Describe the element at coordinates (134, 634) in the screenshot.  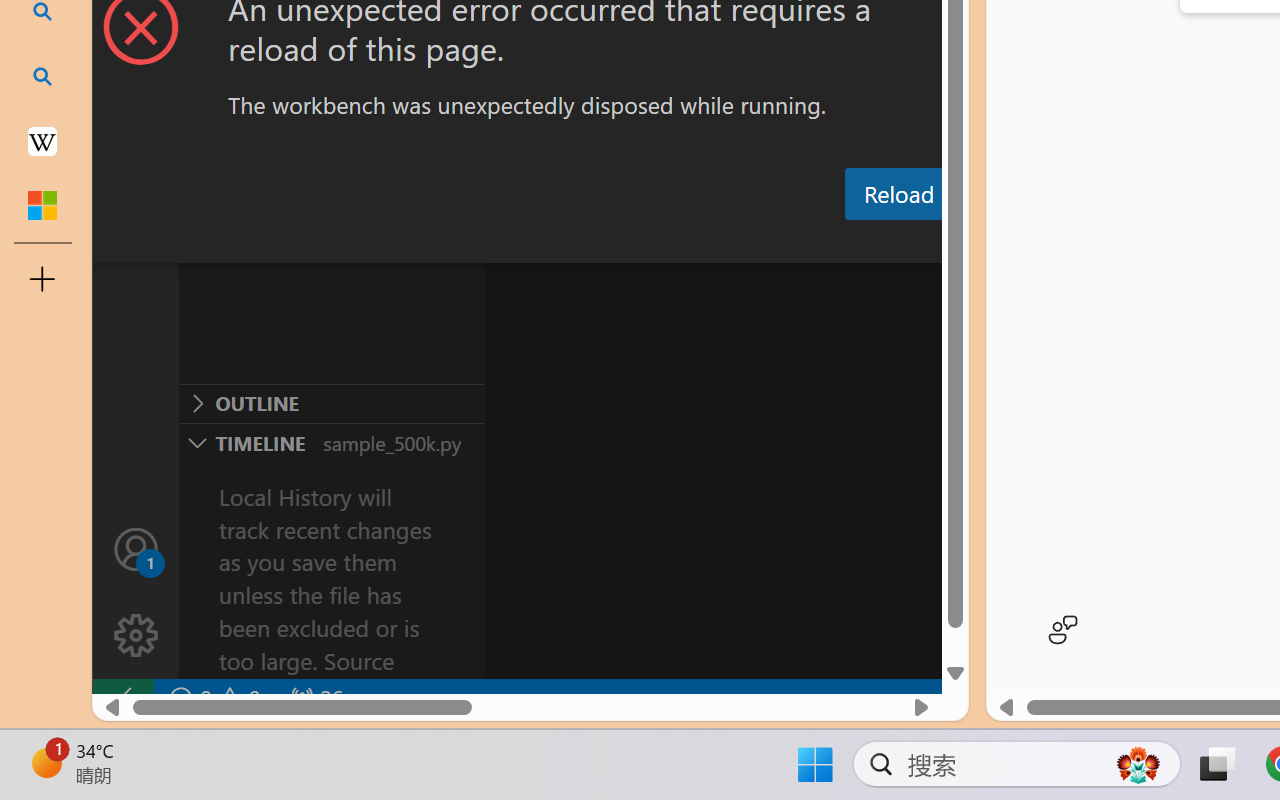
I see `'Manage'` at that location.